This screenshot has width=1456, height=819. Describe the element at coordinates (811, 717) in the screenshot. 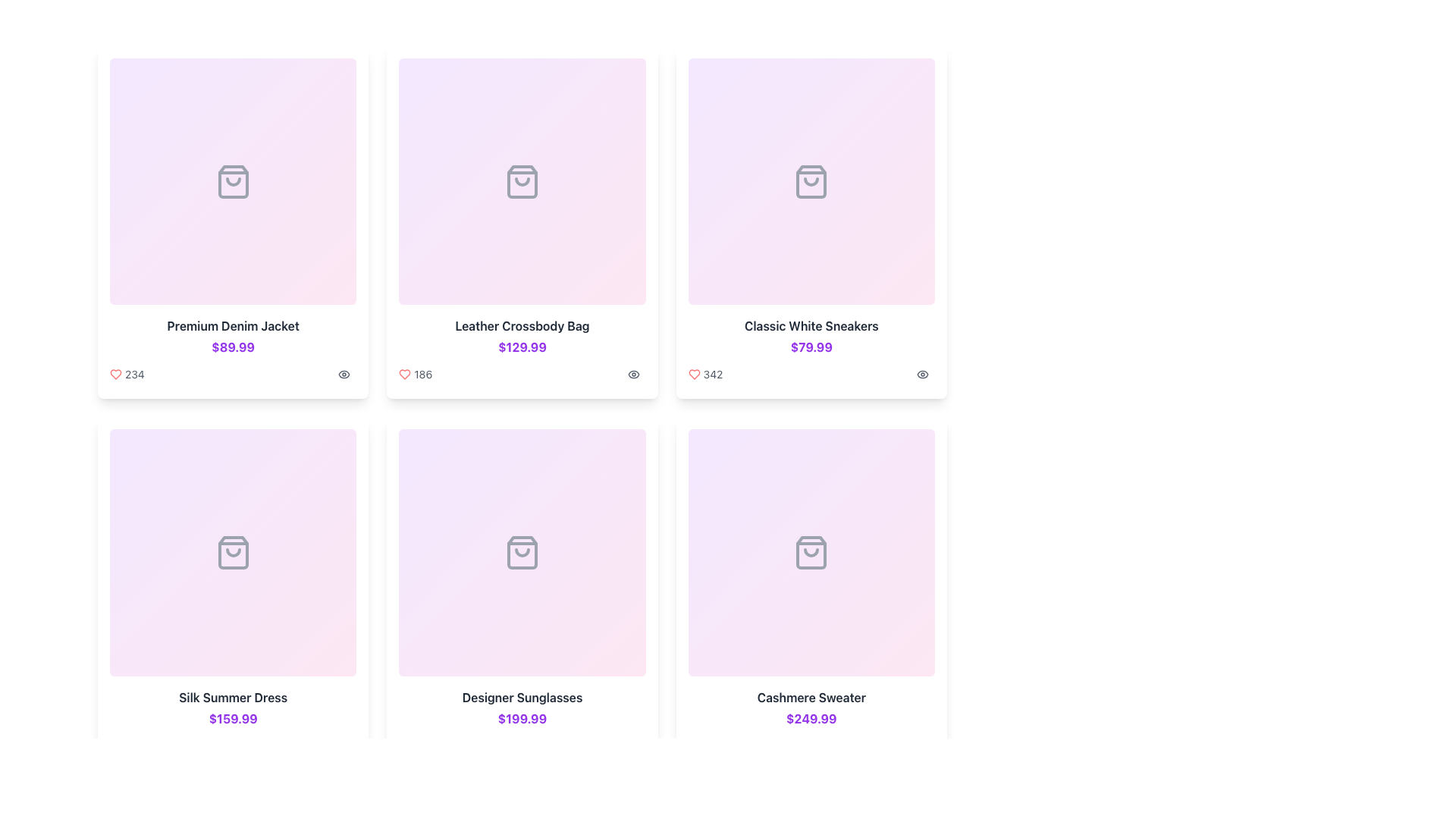

I see `the price text label for the 'Cashmere Sweater' product, which is located at the bottom section of its card, directly below the product name` at that location.